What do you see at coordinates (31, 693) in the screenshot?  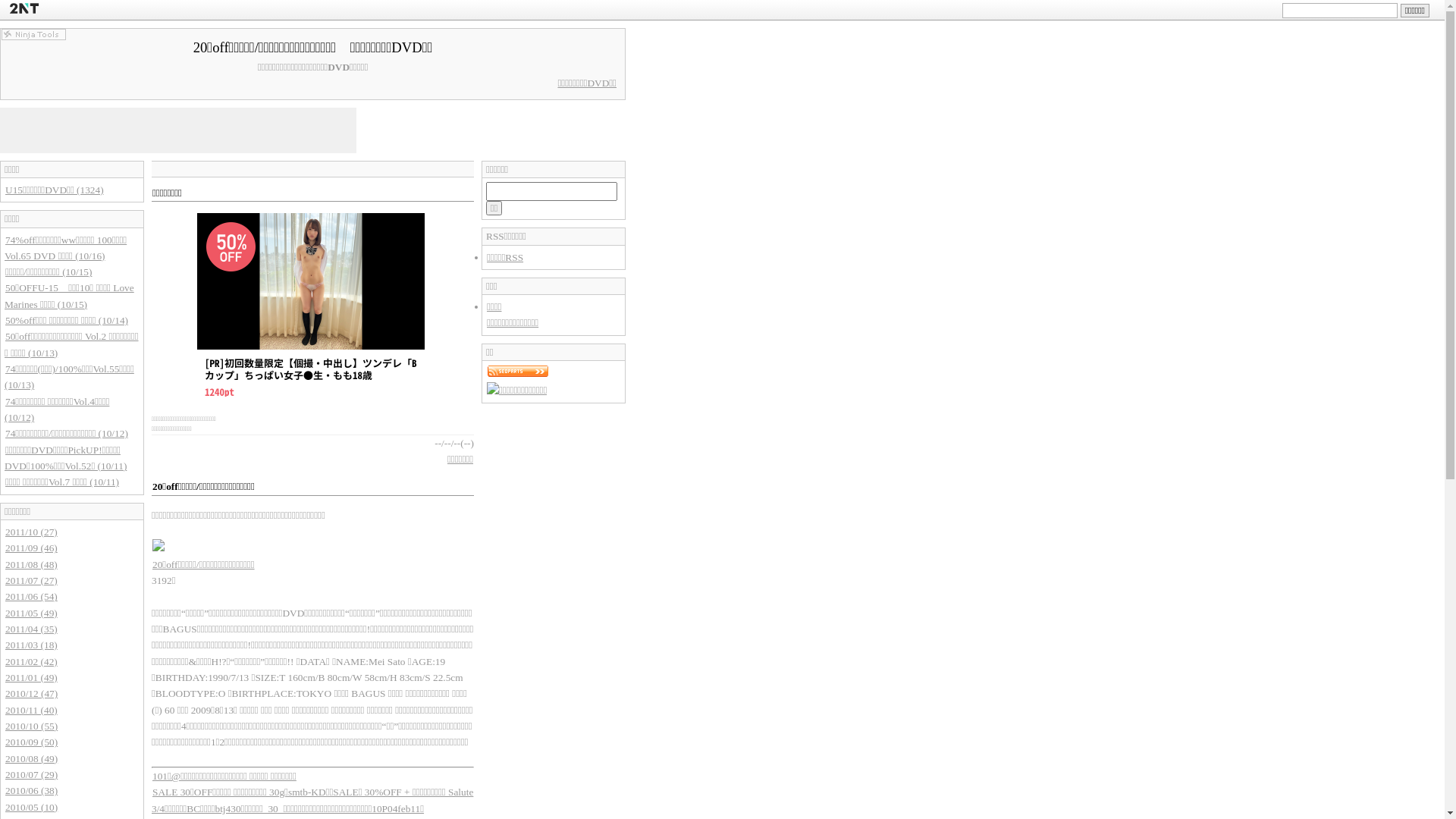 I see `'2010/12 (47)'` at bounding box center [31, 693].